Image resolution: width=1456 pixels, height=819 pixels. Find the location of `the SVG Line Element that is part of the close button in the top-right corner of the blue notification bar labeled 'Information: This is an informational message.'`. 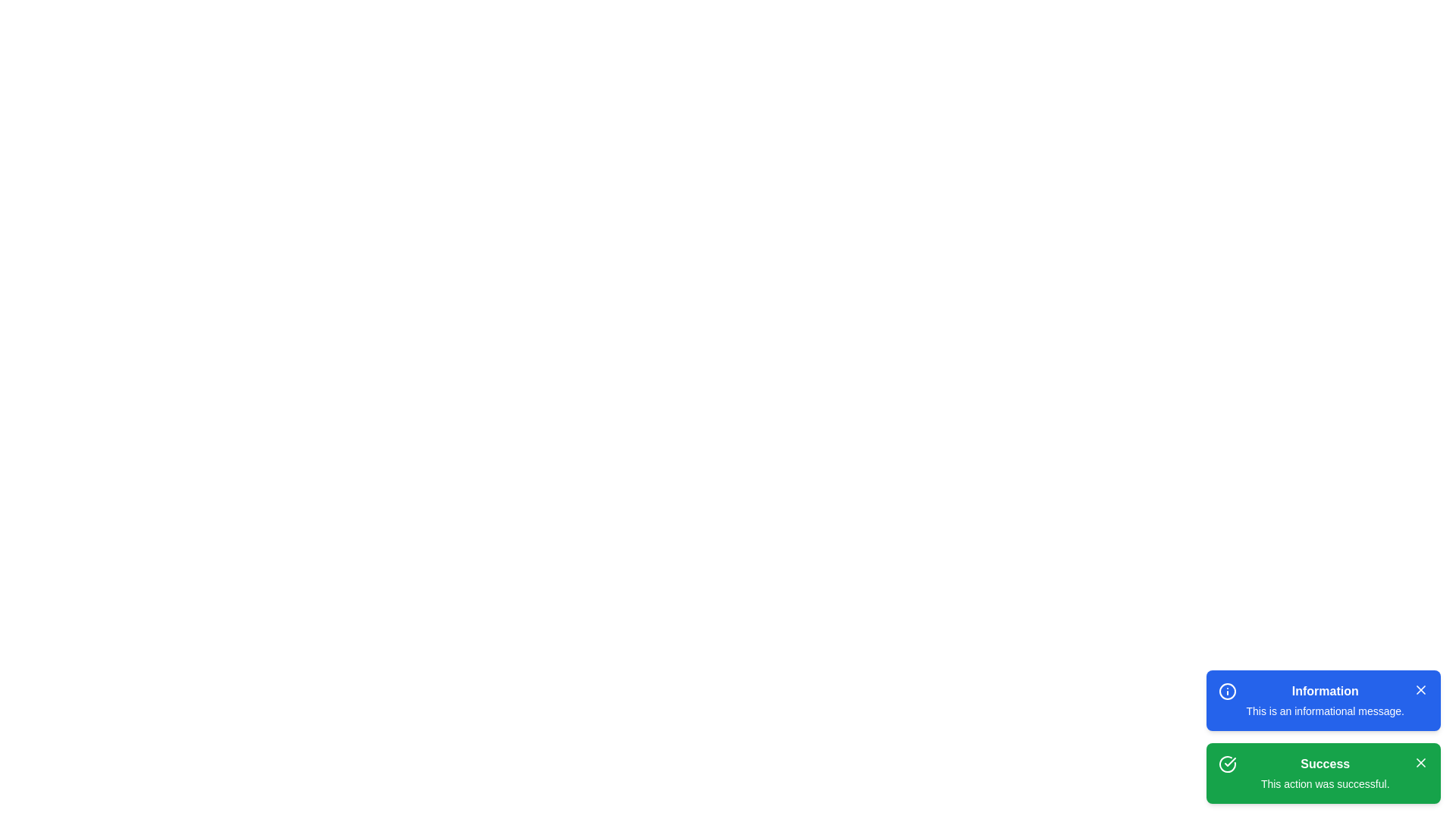

the SVG Line Element that is part of the close button in the top-right corner of the blue notification bar labeled 'Information: This is an informational message.' is located at coordinates (1420, 690).